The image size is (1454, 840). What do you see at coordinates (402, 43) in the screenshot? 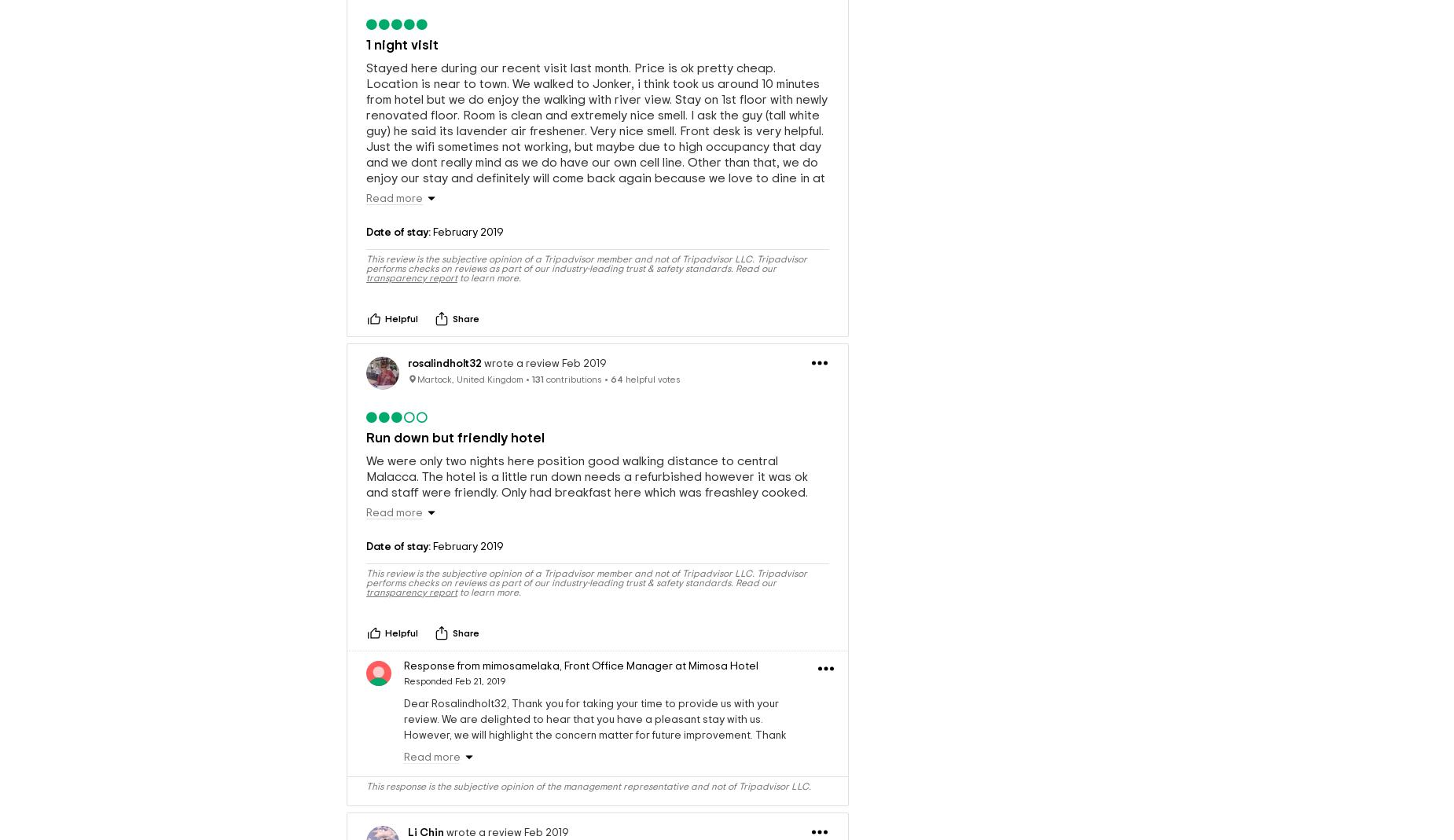
I see `'1 night visit'` at bounding box center [402, 43].